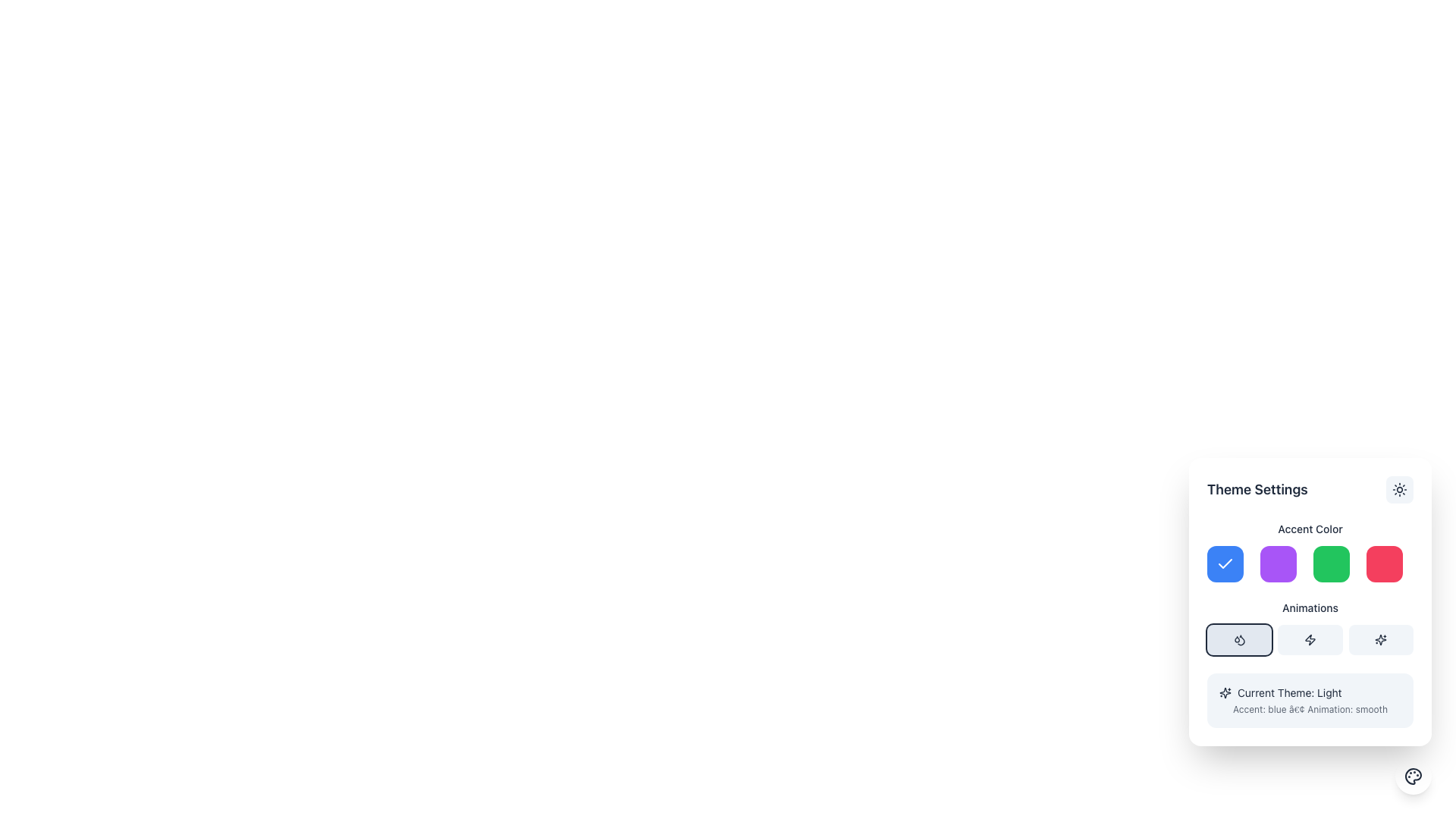 Image resolution: width=1456 pixels, height=819 pixels. What do you see at coordinates (1381, 640) in the screenshot?
I see `the rightmost button in the group of three buttons in the 'Animations' section of the 'Theme Settings' panel` at bounding box center [1381, 640].